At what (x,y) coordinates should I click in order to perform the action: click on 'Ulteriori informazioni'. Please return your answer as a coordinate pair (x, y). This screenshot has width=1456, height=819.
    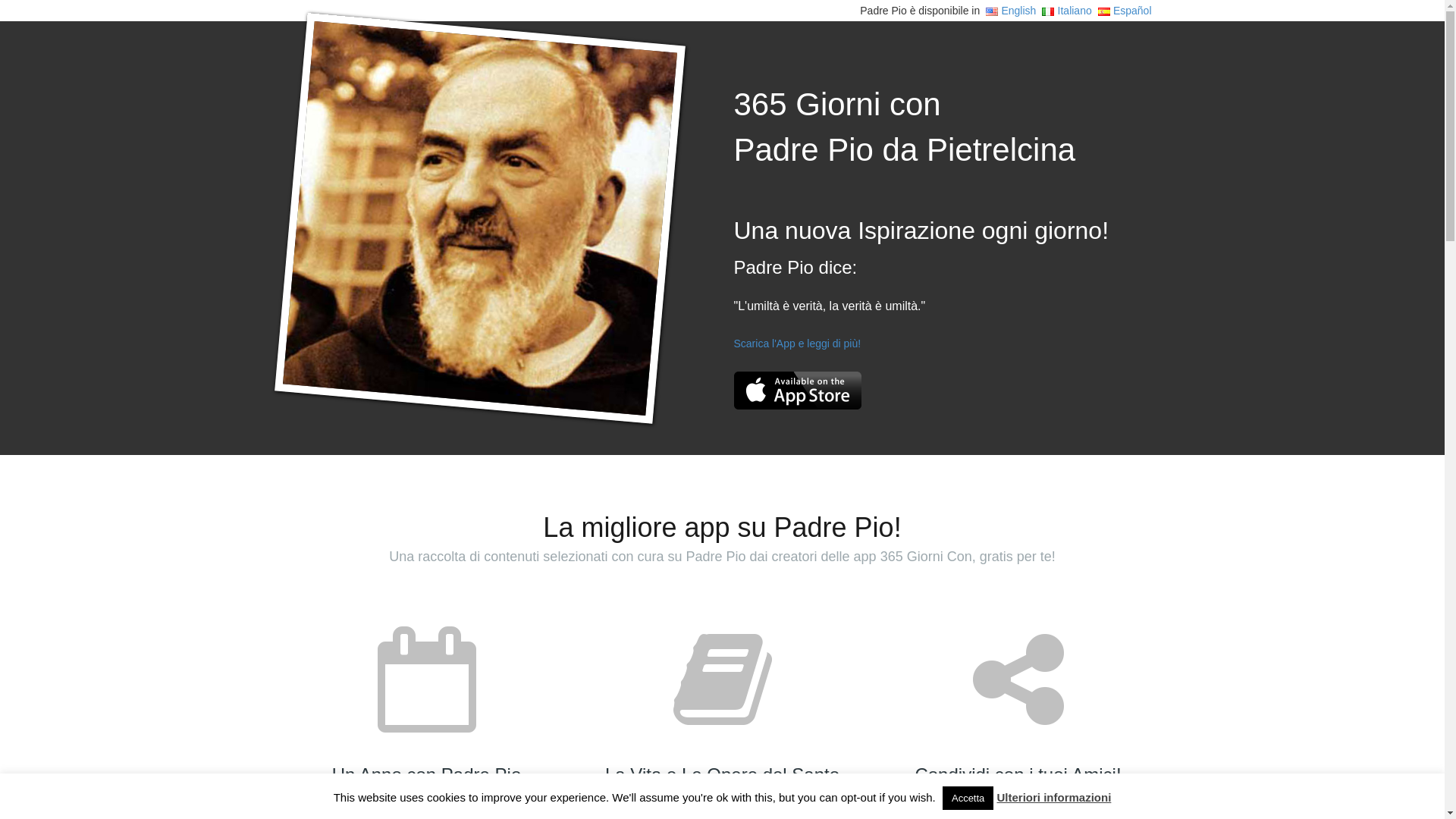
    Looking at the image, I should click on (1053, 796).